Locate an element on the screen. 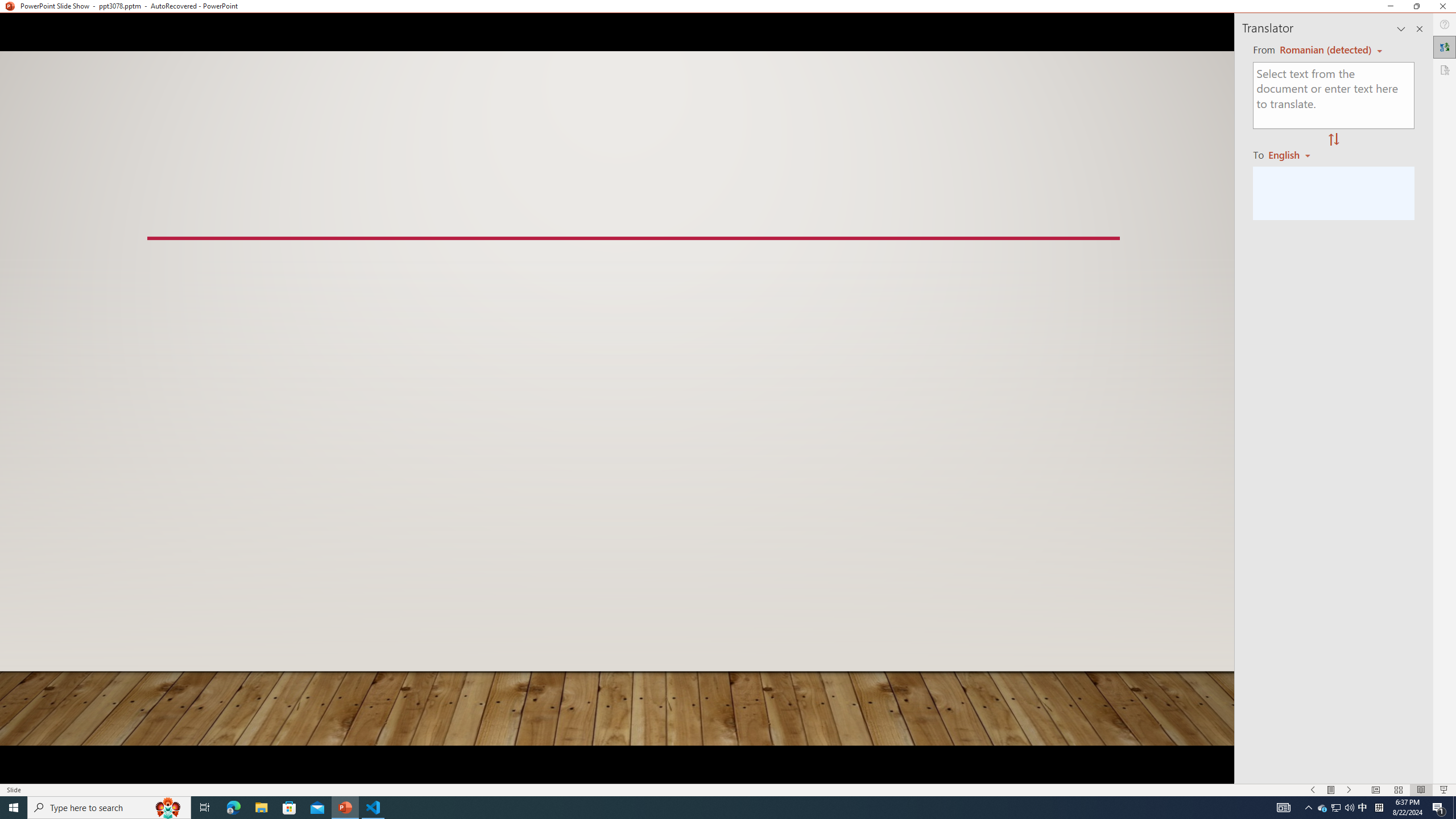  'Menu On' is located at coordinates (1331, 790).